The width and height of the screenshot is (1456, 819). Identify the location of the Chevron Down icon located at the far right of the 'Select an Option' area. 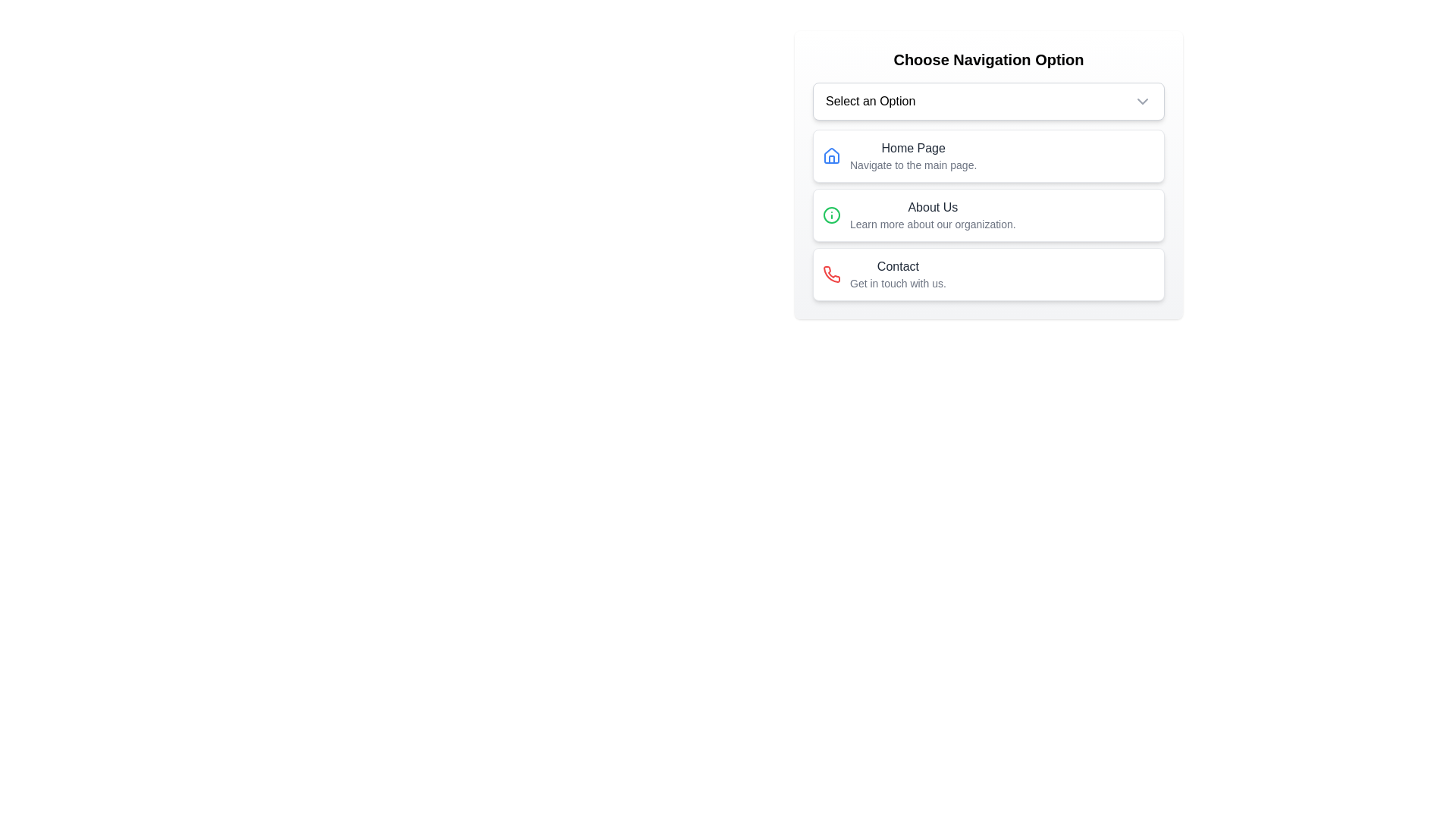
(1143, 102).